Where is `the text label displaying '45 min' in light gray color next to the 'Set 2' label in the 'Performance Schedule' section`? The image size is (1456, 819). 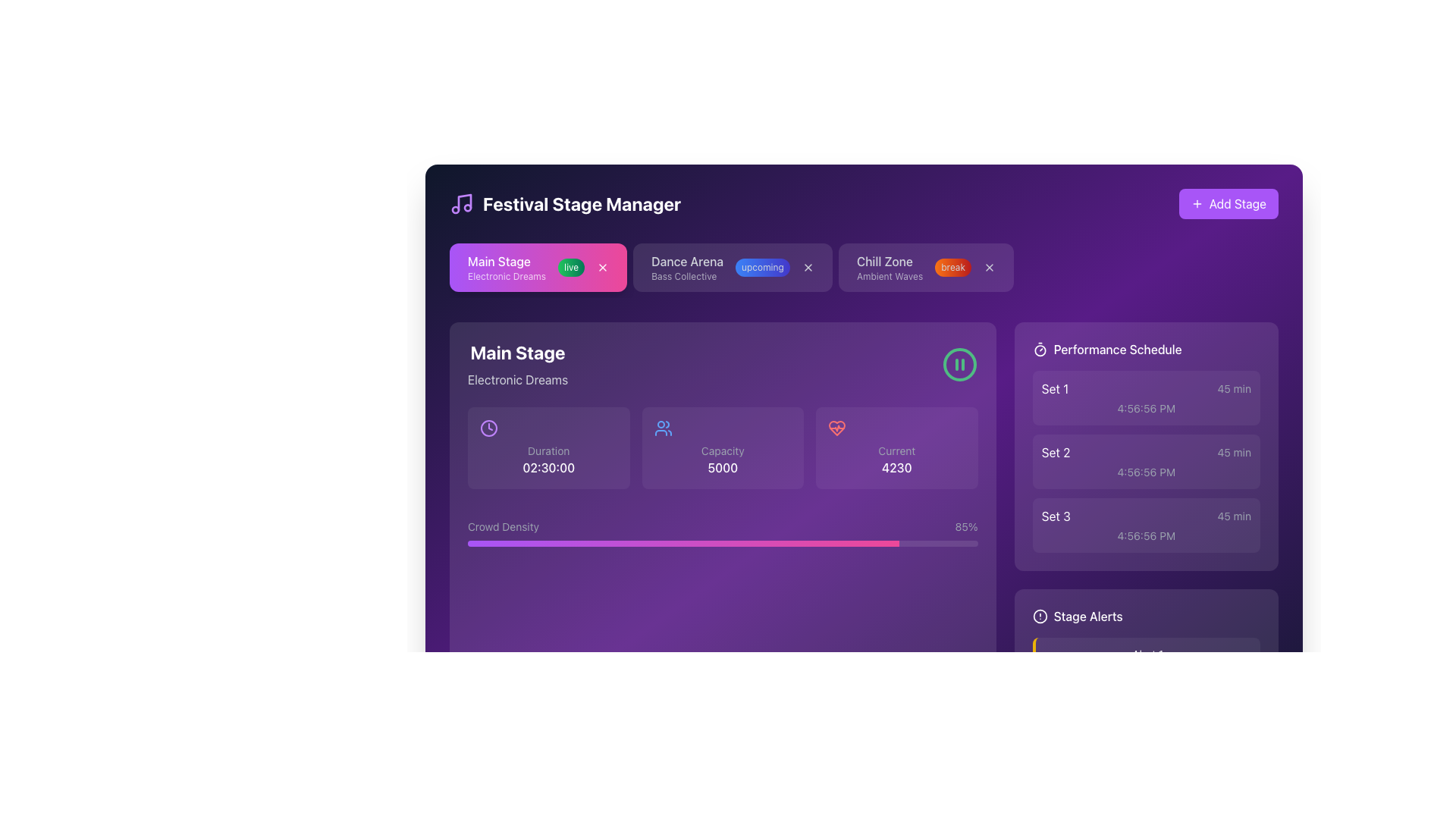
the text label displaying '45 min' in light gray color next to the 'Set 2' label in the 'Performance Schedule' section is located at coordinates (1234, 452).